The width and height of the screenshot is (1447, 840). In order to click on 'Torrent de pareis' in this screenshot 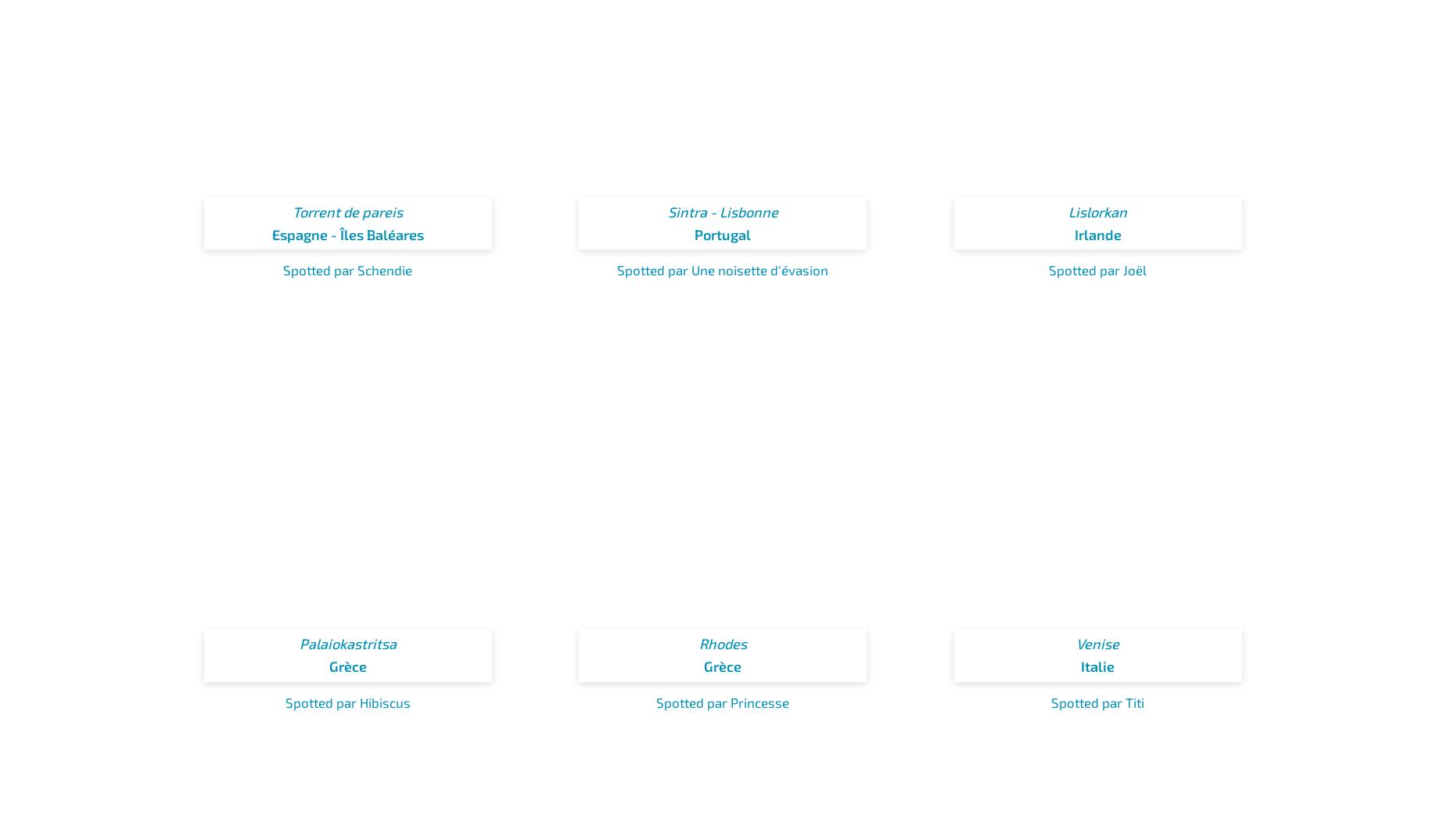, I will do `click(346, 211)`.